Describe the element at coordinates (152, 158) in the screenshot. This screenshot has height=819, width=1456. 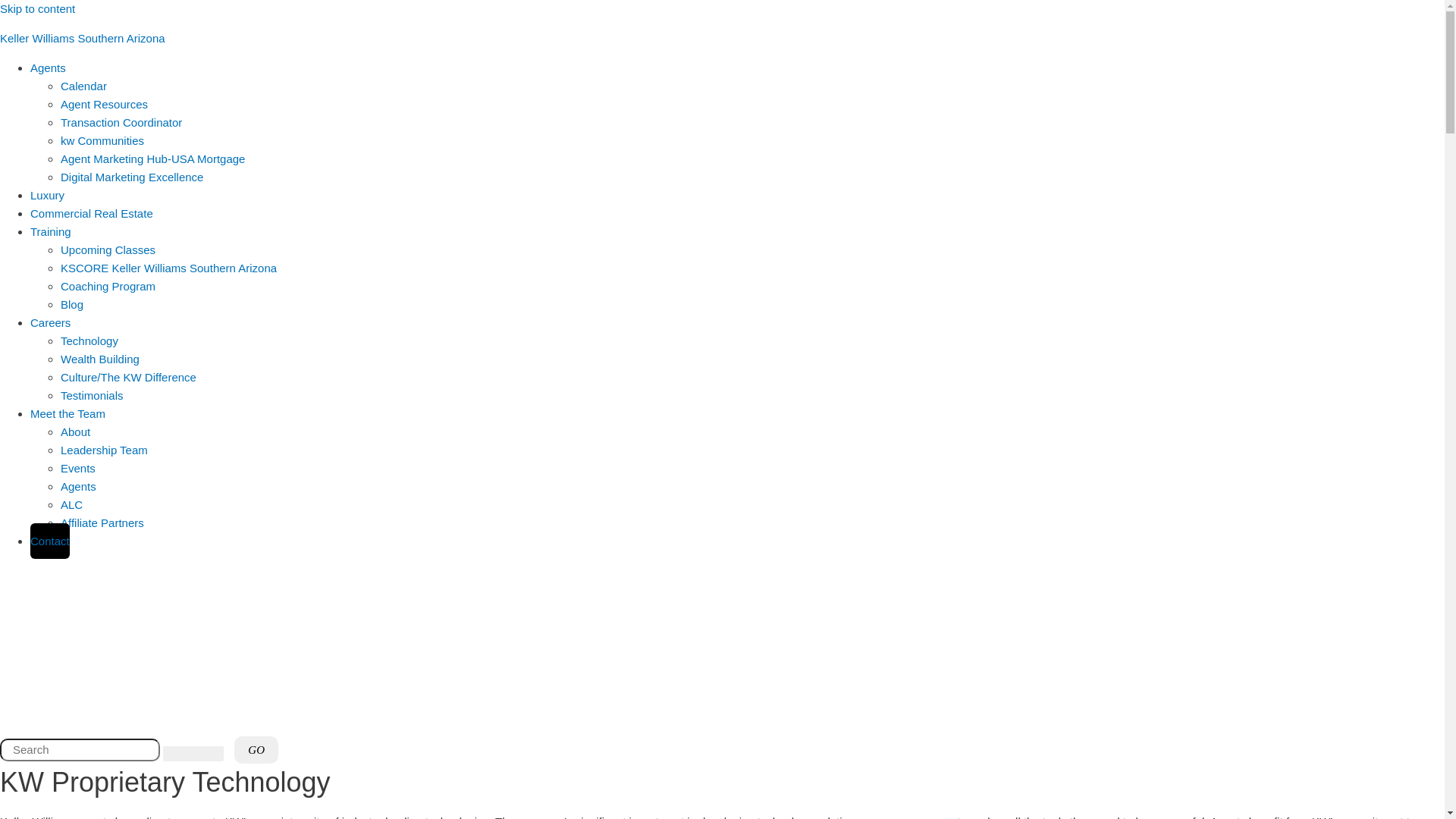
I see `'Agent Marketing Hub-USA Mortgage'` at that location.